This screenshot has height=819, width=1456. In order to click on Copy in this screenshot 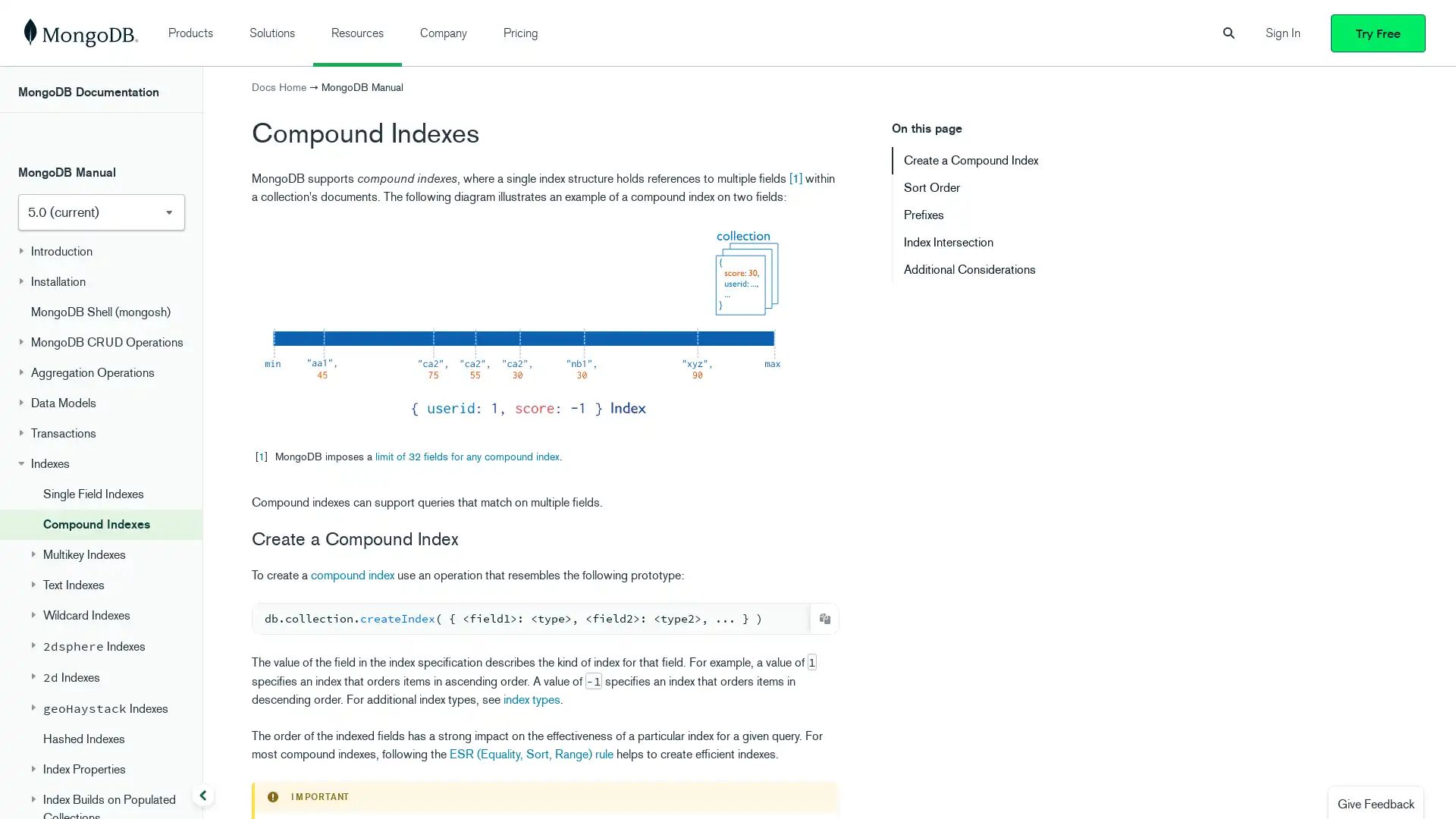, I will do `click(823, 619)`.